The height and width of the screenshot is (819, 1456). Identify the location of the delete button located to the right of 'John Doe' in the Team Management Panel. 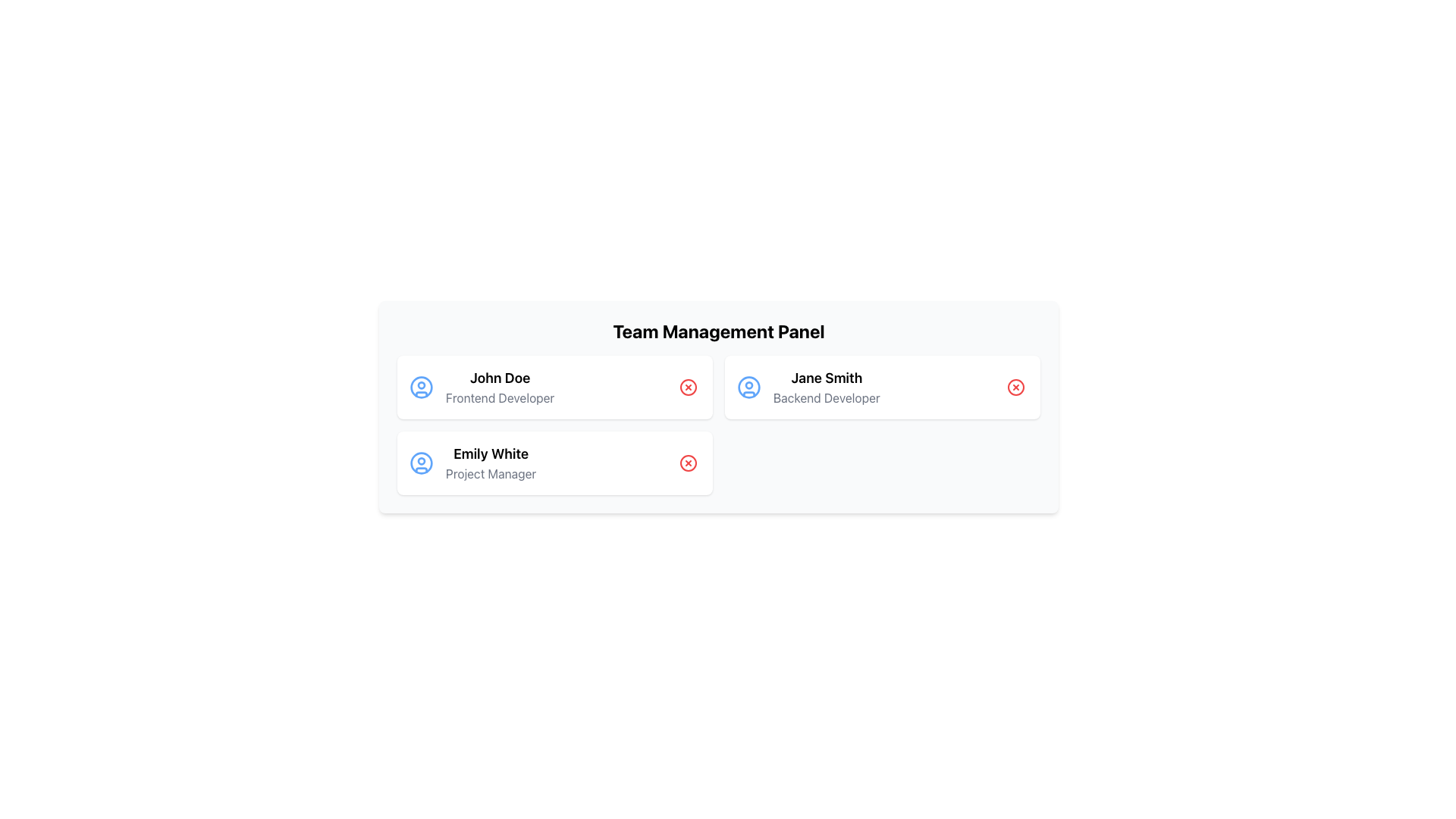
(687, 386).